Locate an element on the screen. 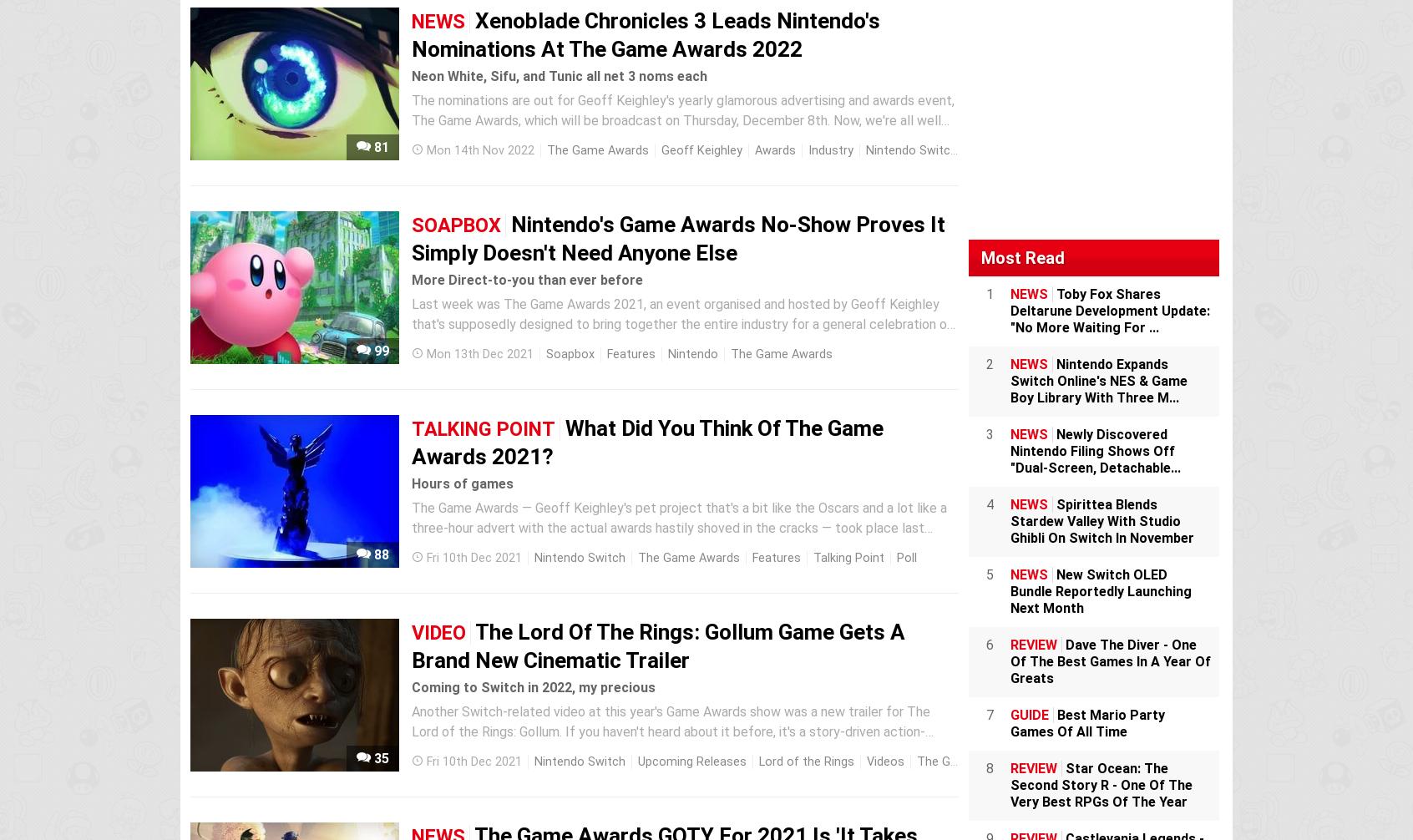 Image resolution: width=1413 pixels, height=840 pixels. 'Most Read' is located at coordinates (1023, 256).